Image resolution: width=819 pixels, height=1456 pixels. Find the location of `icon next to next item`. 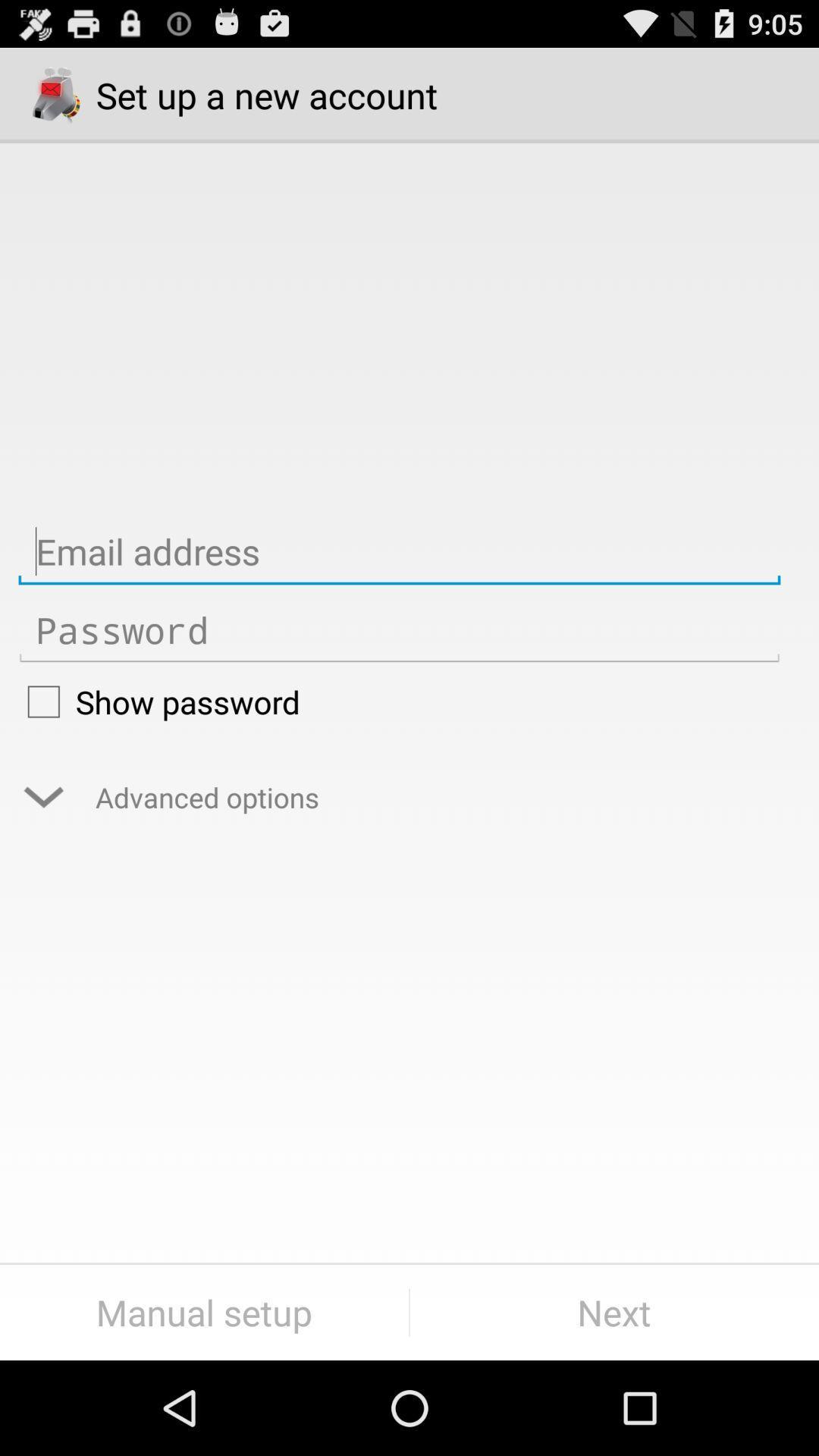

icon next to next item is located at coordinates (203, 1312).